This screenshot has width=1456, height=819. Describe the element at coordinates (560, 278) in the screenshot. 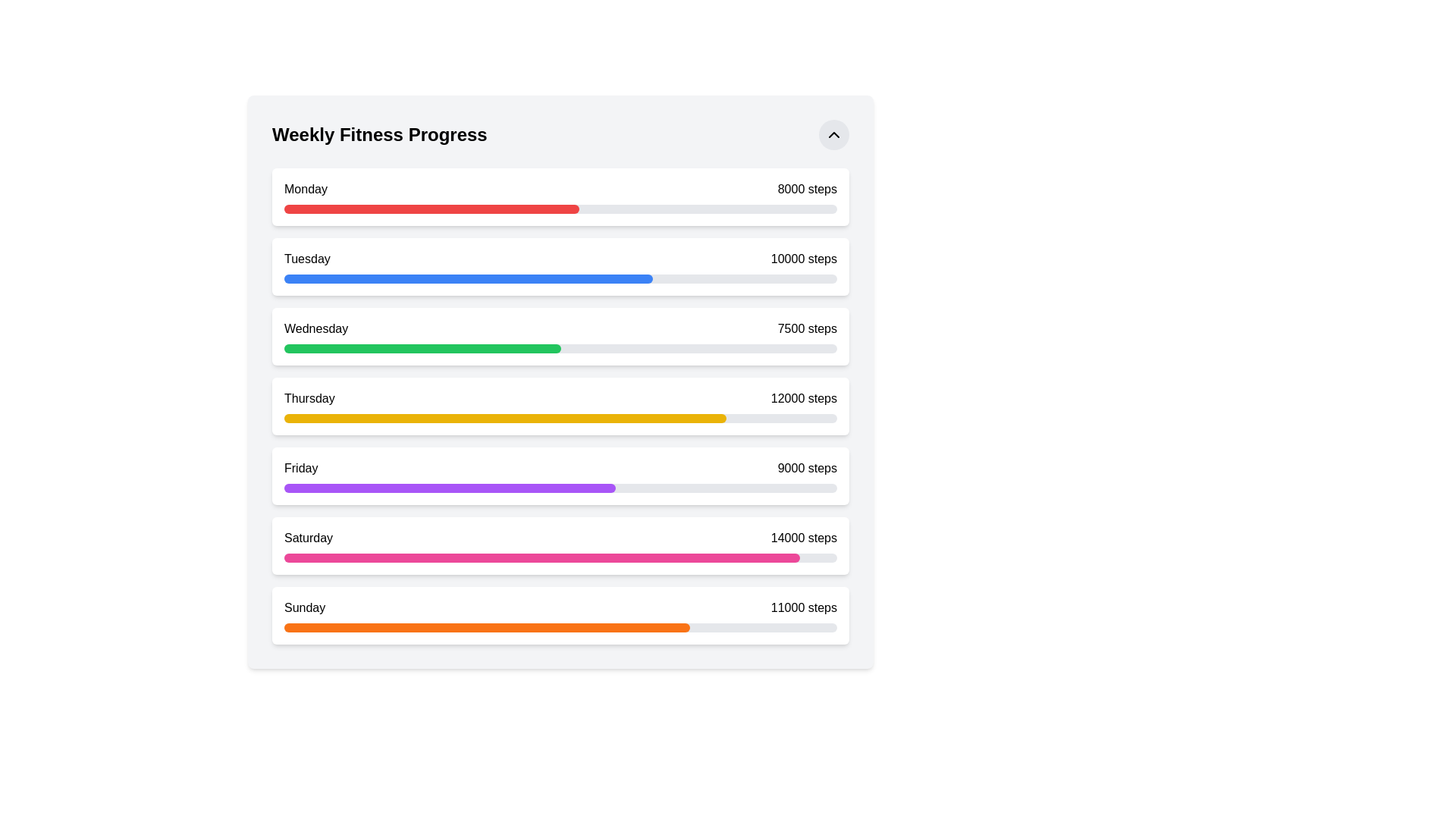

I see `the horizontal progress bar styled with rounded ends, which indicates progress for Tuesday's steps summary, located to the left of the '10000 steps' label` at that location.